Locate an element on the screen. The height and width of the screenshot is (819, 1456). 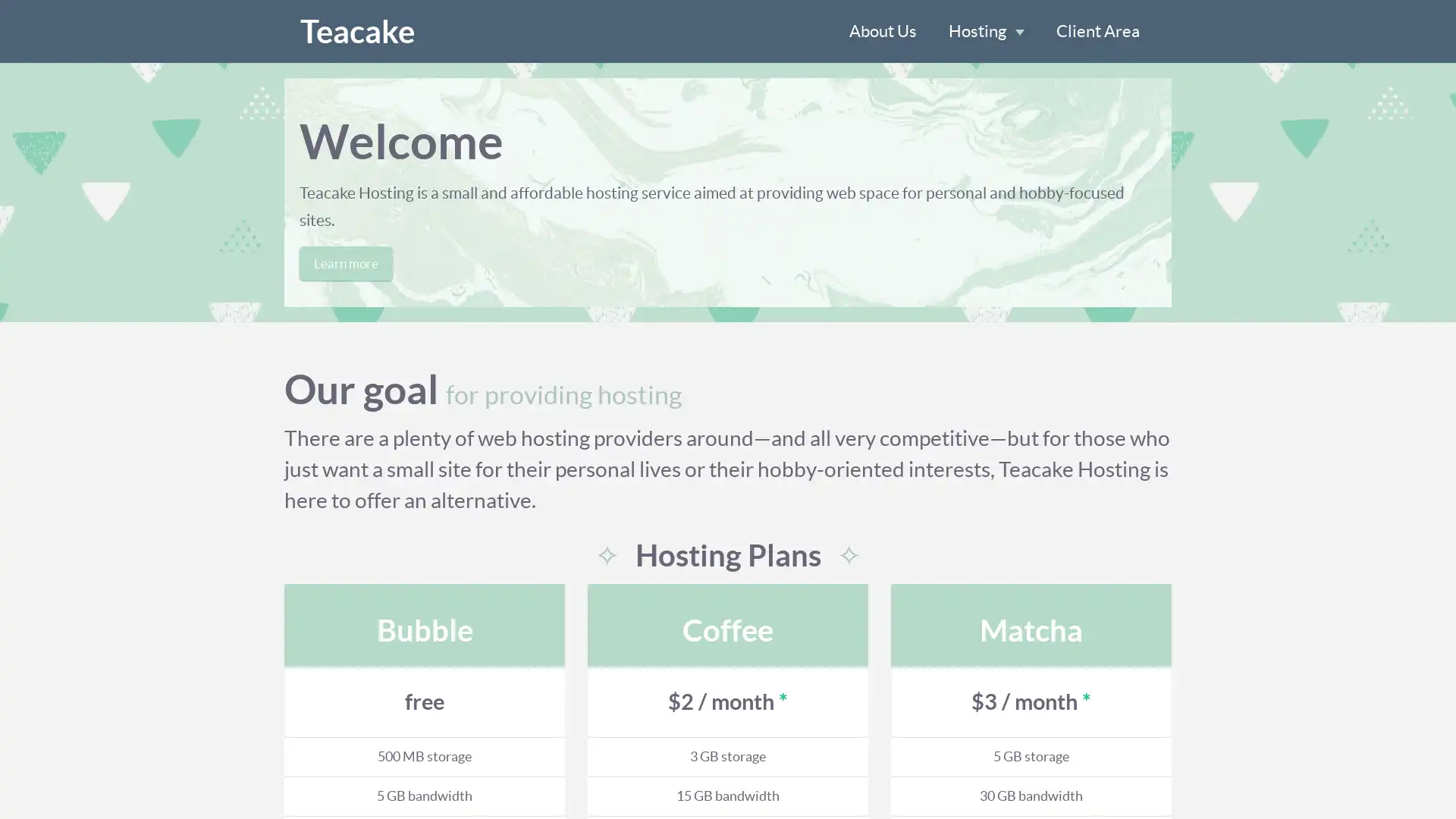
Learn more is located at coordinates (345, 262).